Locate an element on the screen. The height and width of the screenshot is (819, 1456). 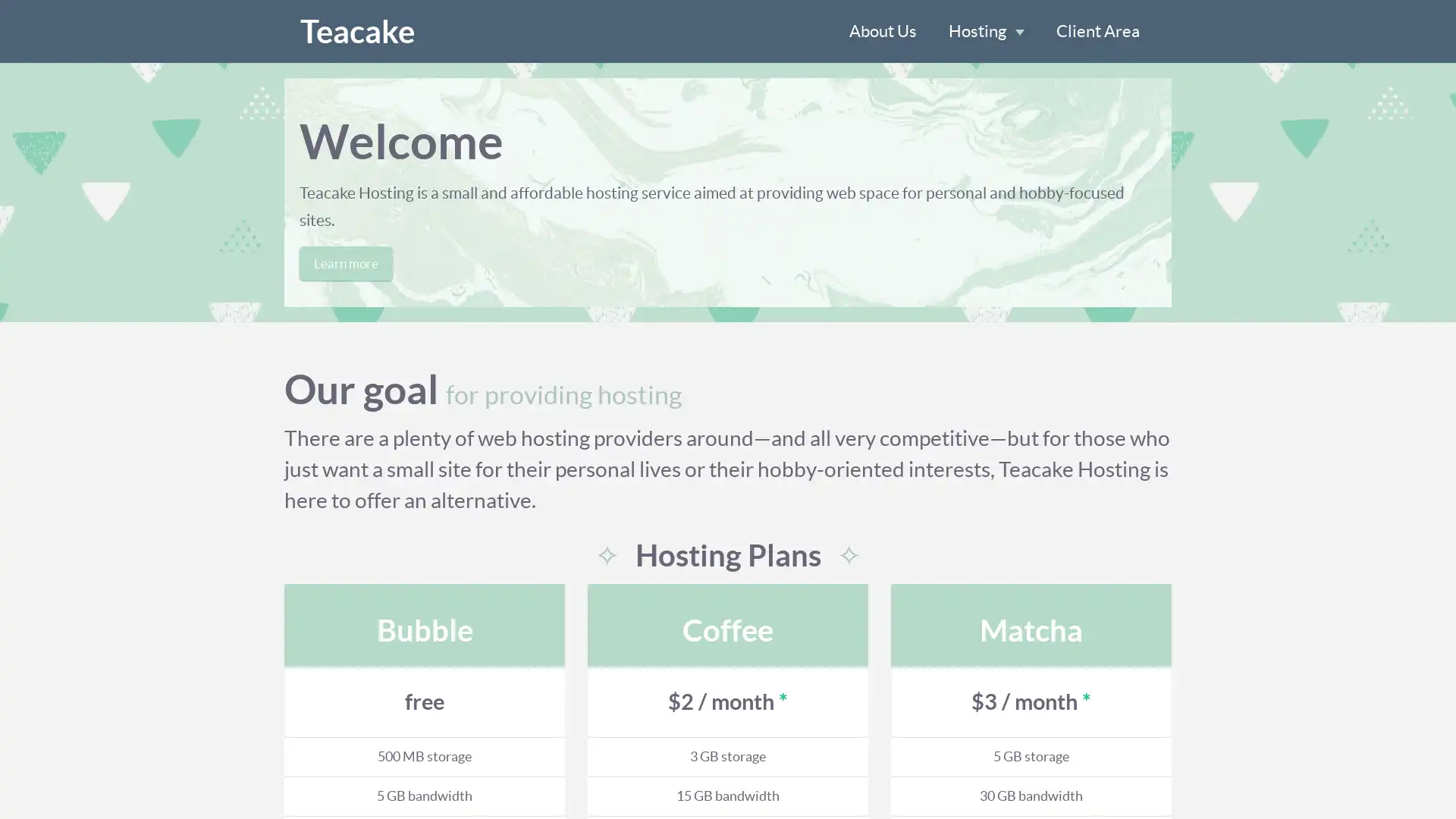
Learn more is located at coordinates (345, 262).